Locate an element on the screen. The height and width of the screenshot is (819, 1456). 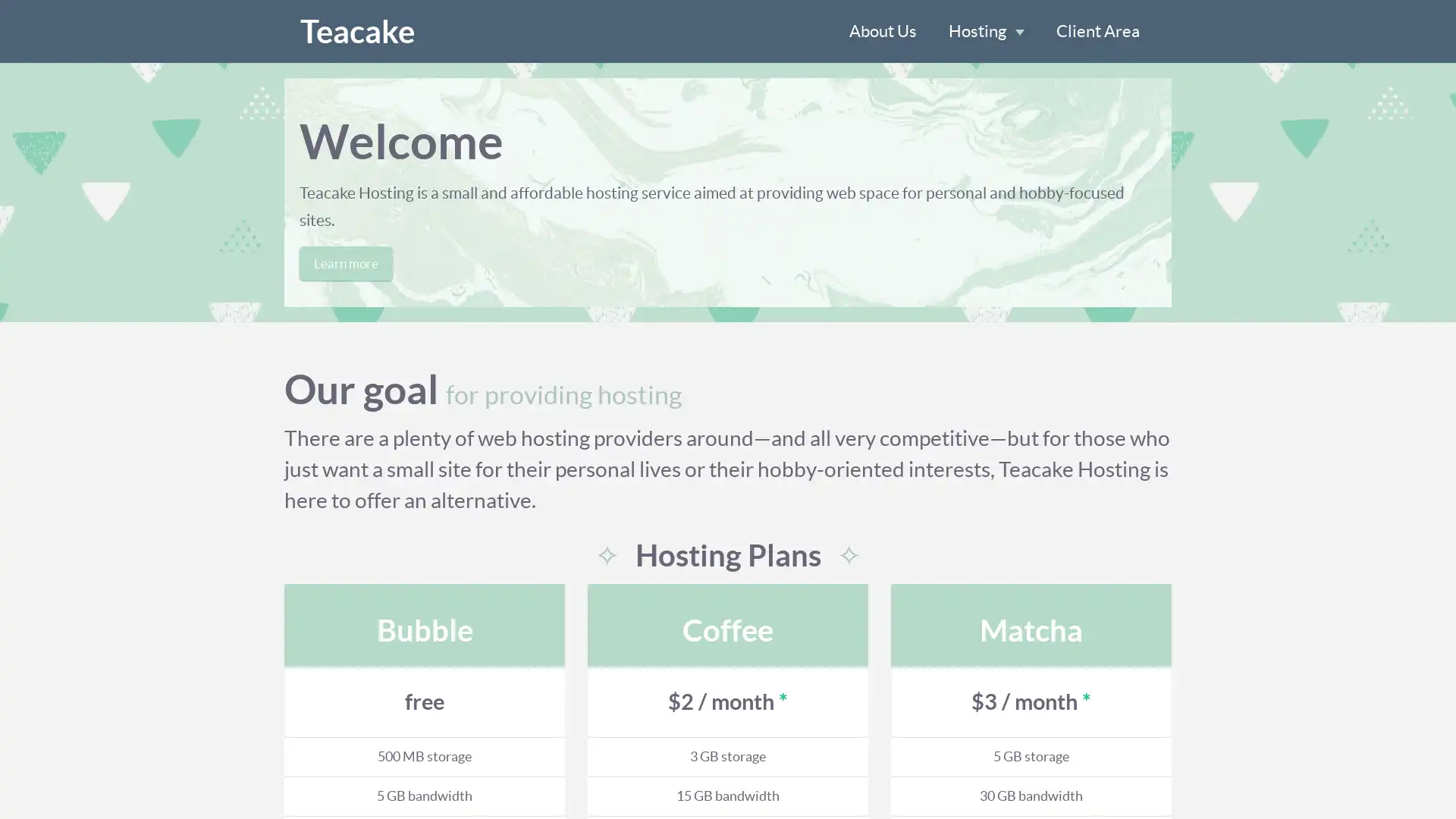
Learn more is located at coordinates (345, 262).